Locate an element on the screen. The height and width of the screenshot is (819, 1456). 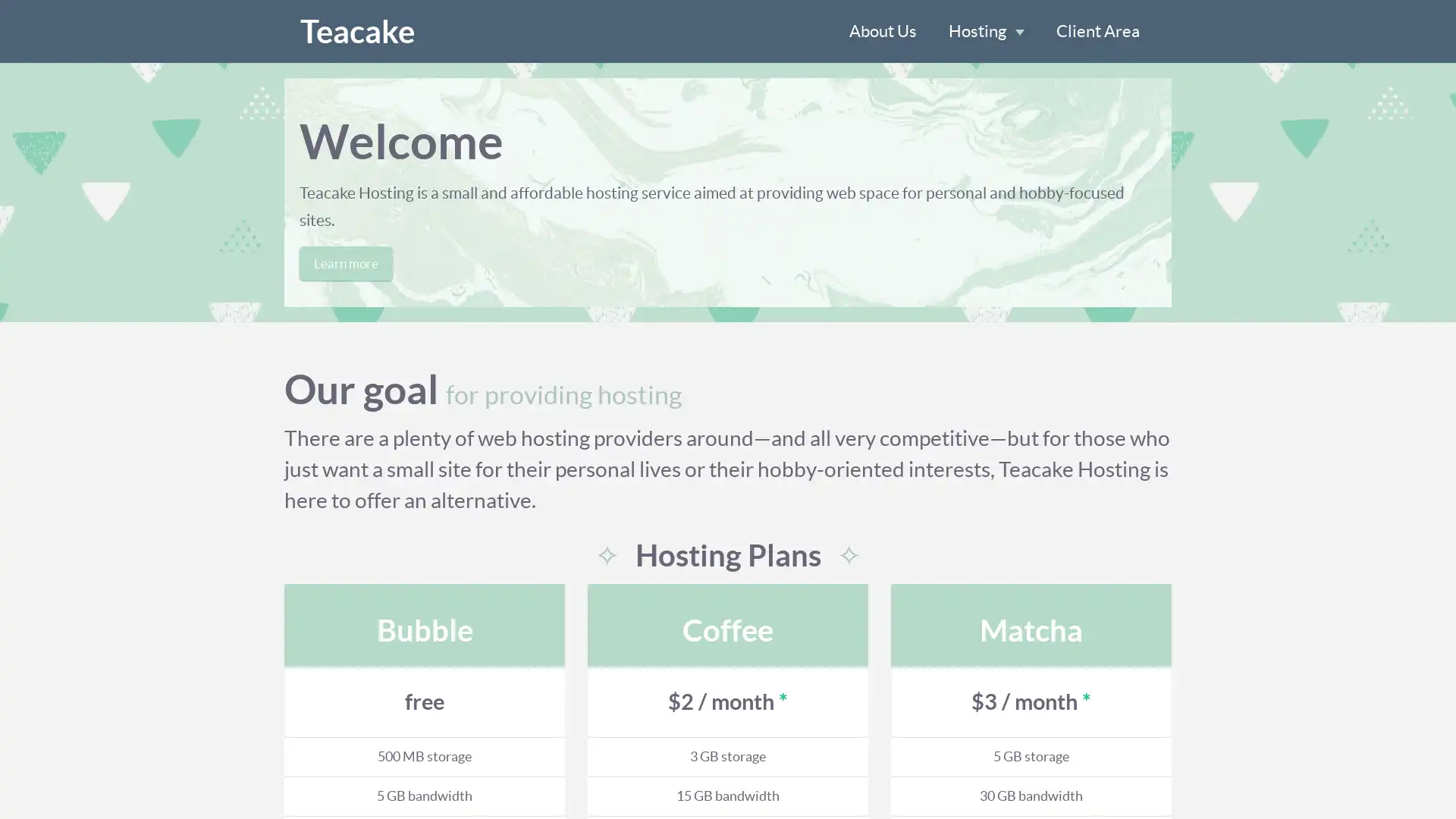
Learn more is located at coordinates (345, 262).